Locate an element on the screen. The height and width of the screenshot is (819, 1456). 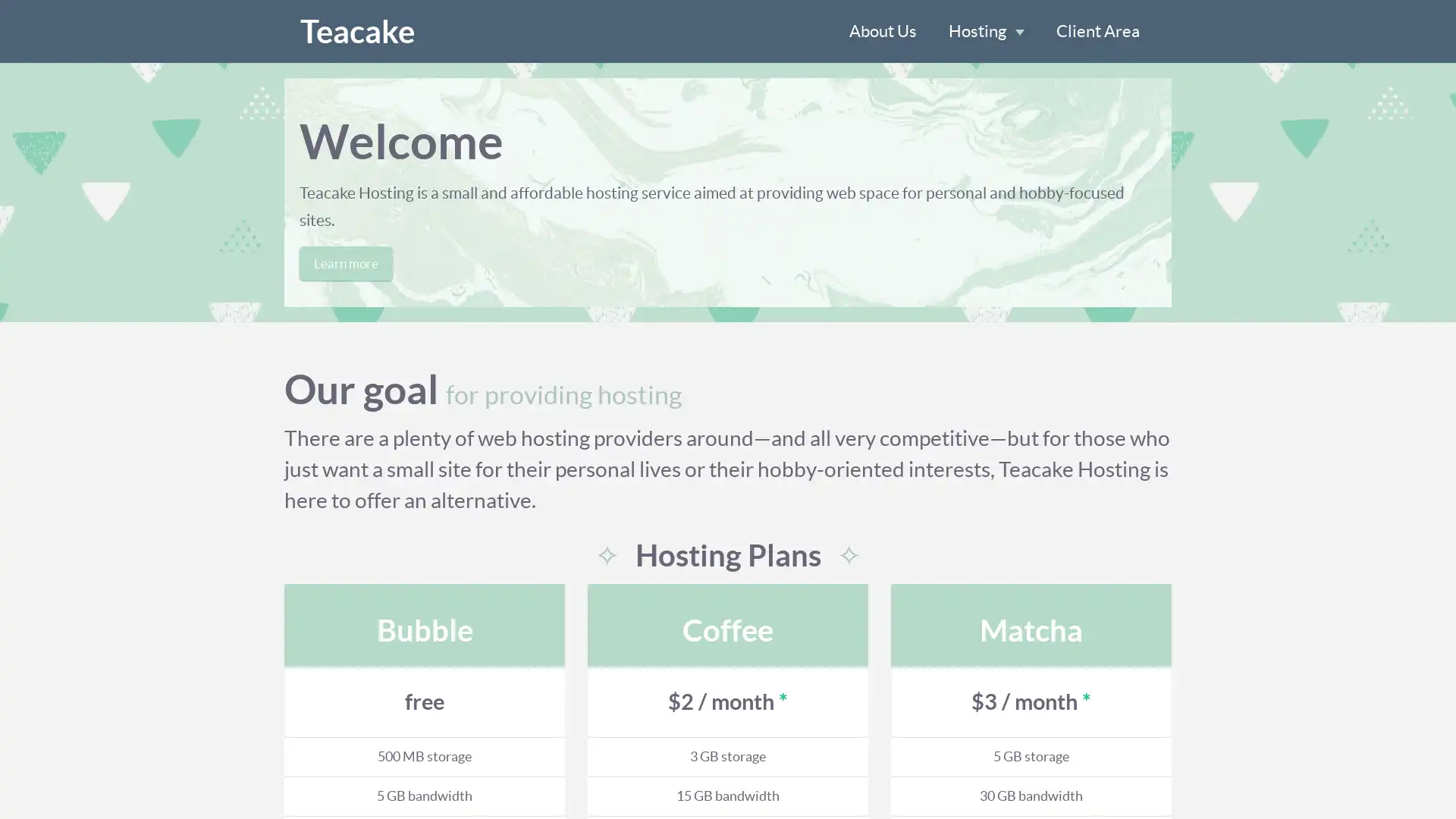
Learn more is located at coordinates (345, 262).